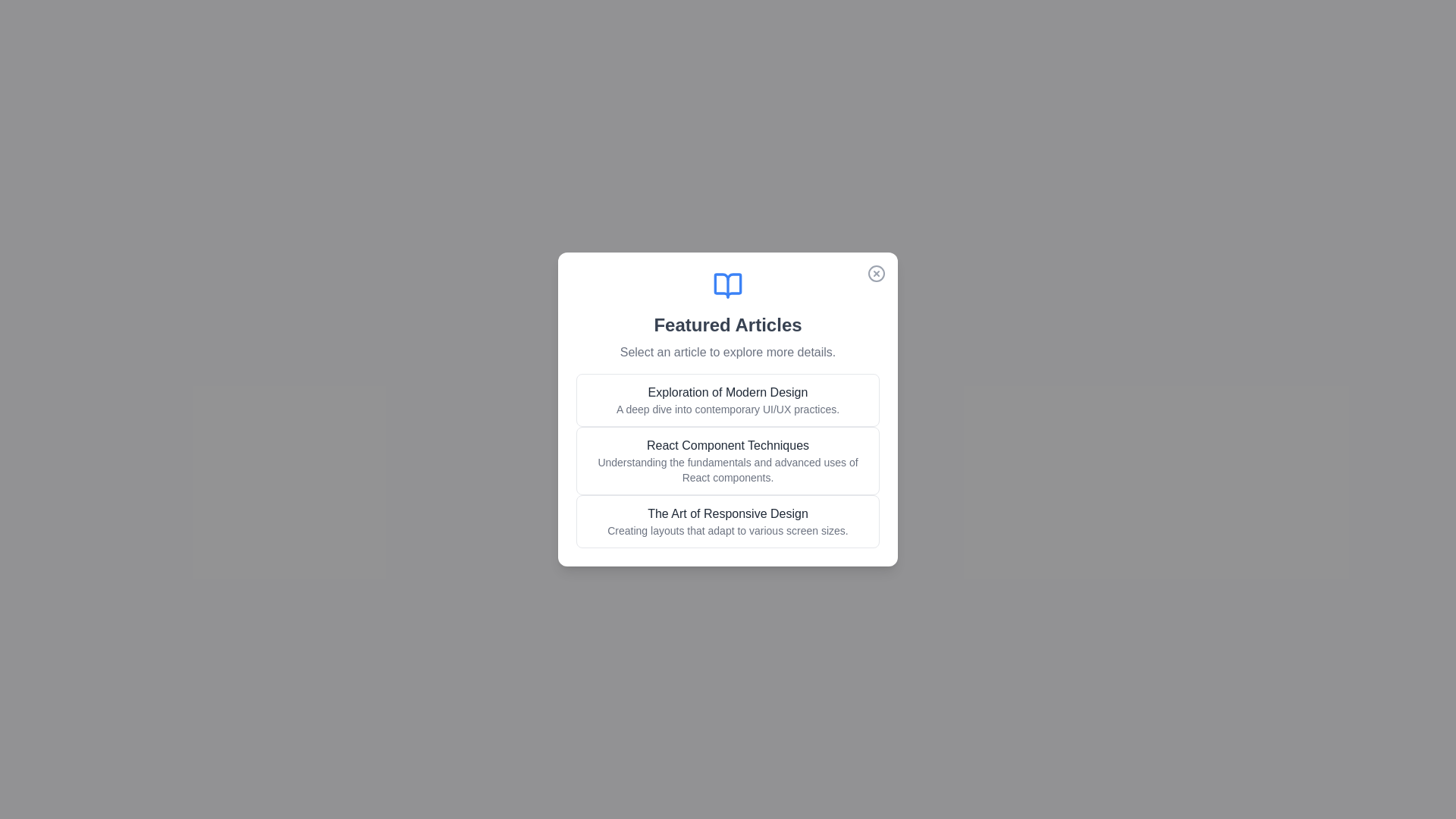 This screenshot has height=819, width=1456. I want to click on the close button to close the dialog, so click(877, 274).